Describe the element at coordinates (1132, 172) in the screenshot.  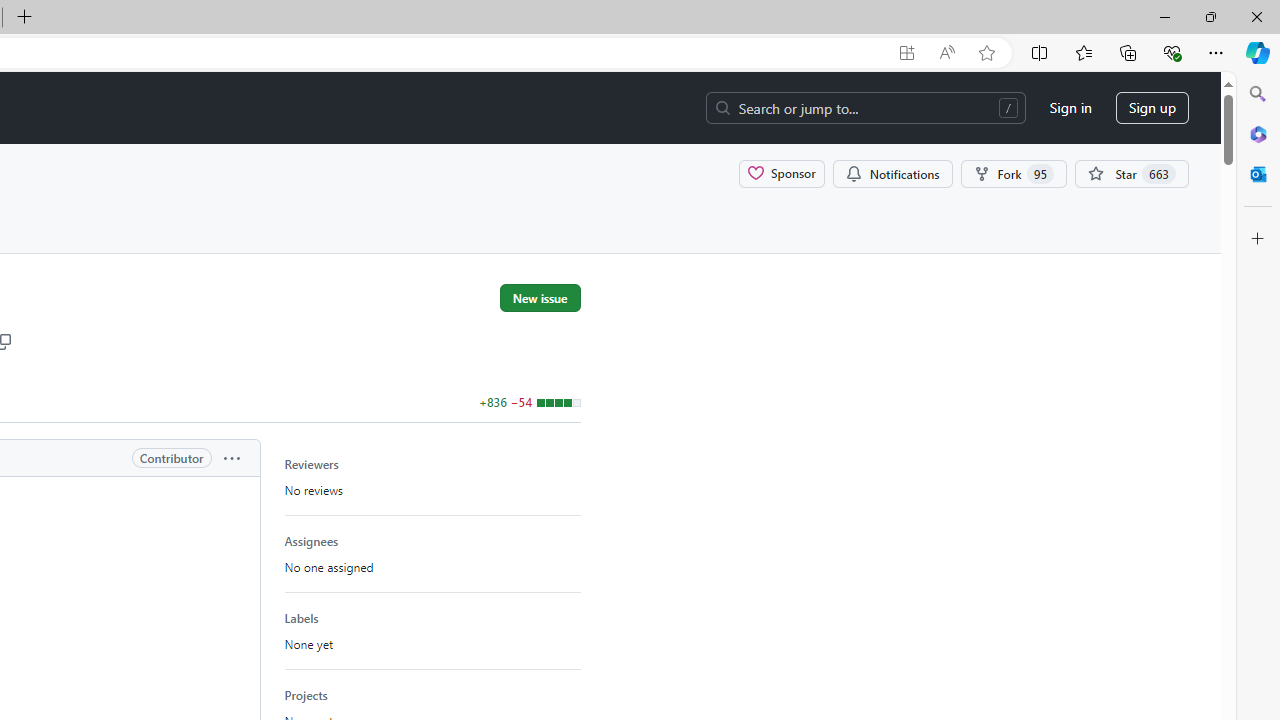
I see `'You must be signed in to star a repository'` at that location.